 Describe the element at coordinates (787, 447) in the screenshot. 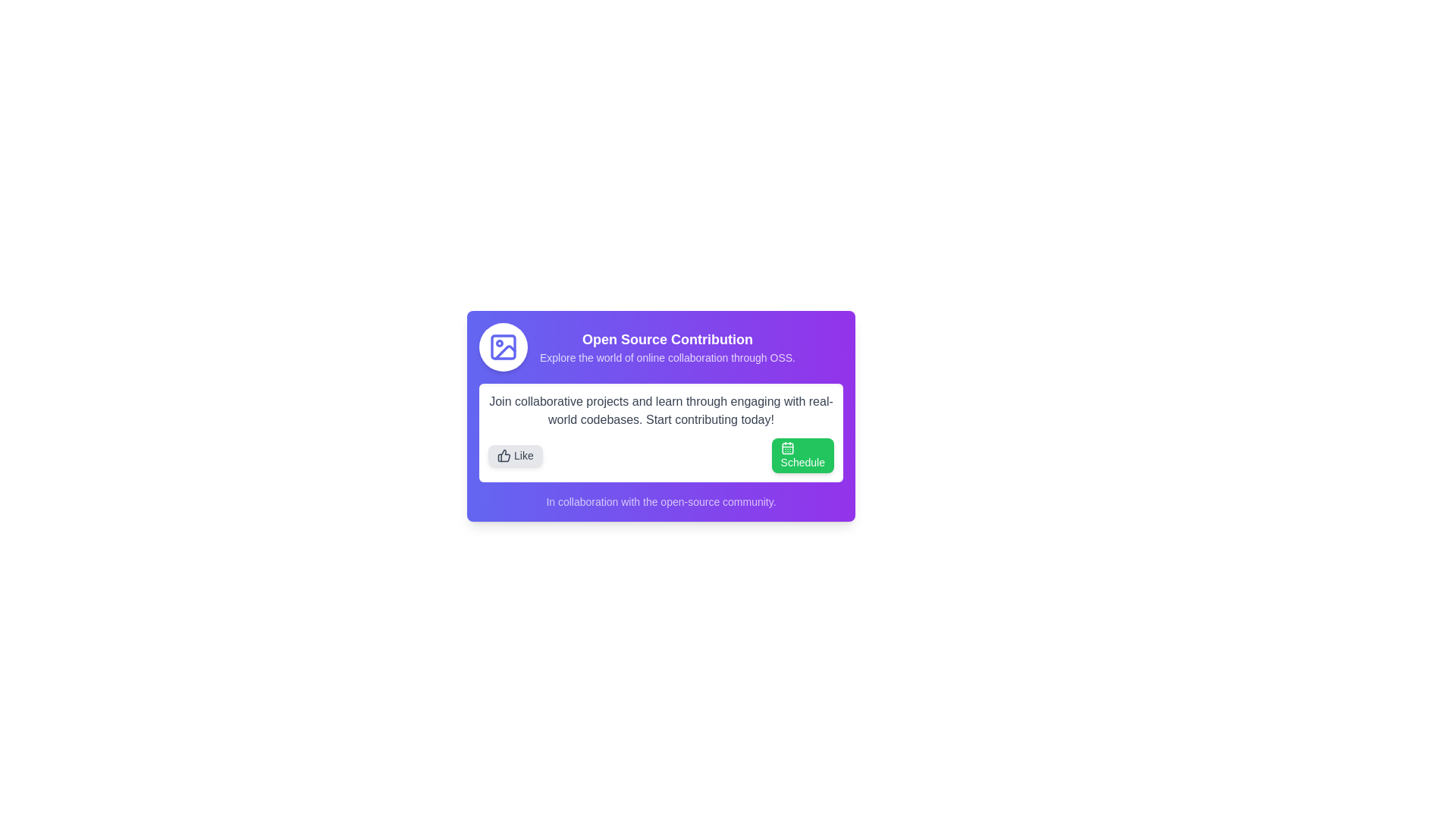

I see `the small green calendar icon located inside the 'Schedule' button, which is positioned to the left of the button text` at that location.